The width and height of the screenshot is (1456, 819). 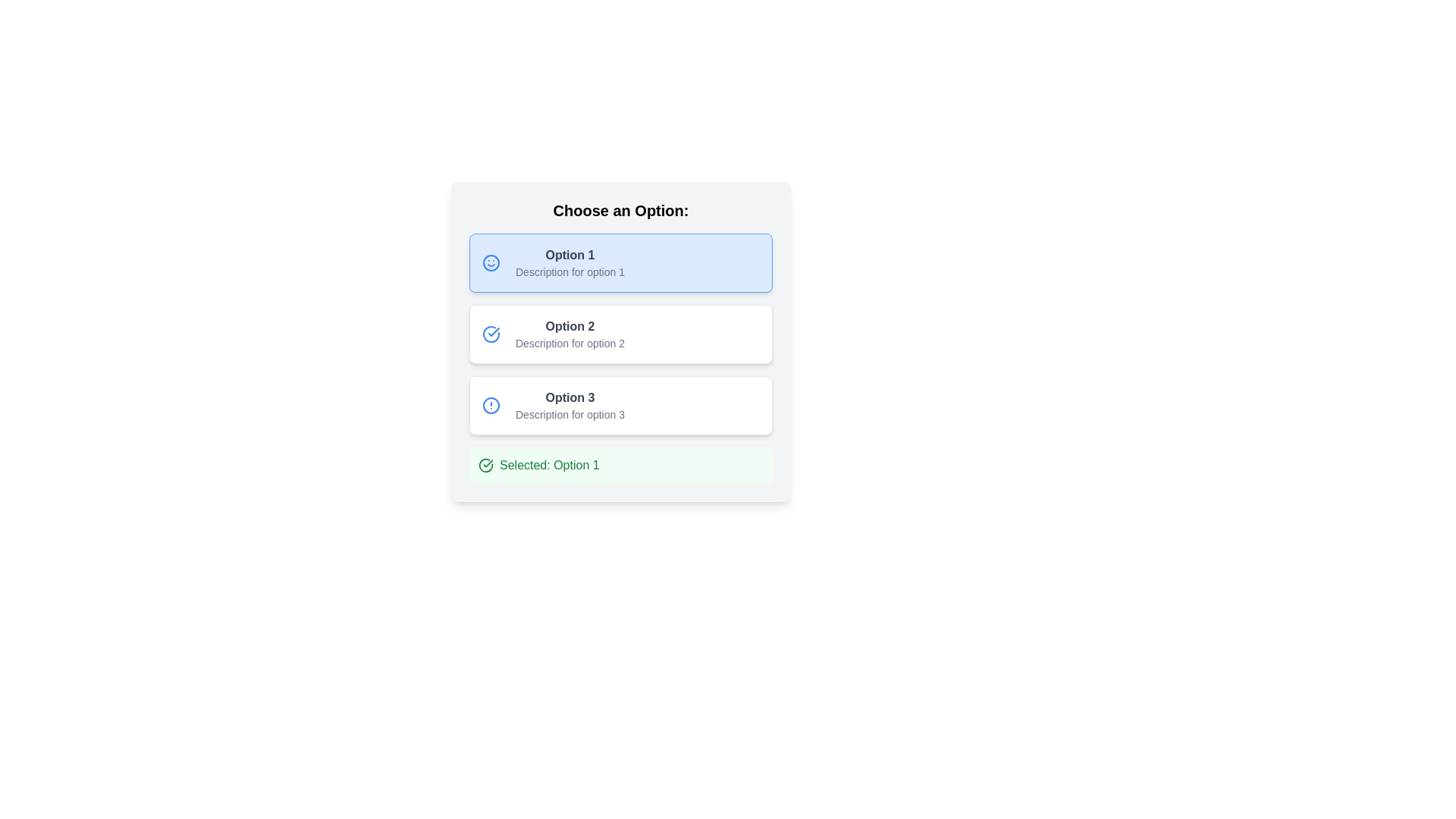 What do you see at coordinates (494, 333) in the screenshot?
I see `the blue circular icon resembling a check mark within the 'Option 2' box to trigger visual feedback` at bounding box center [494, 333].